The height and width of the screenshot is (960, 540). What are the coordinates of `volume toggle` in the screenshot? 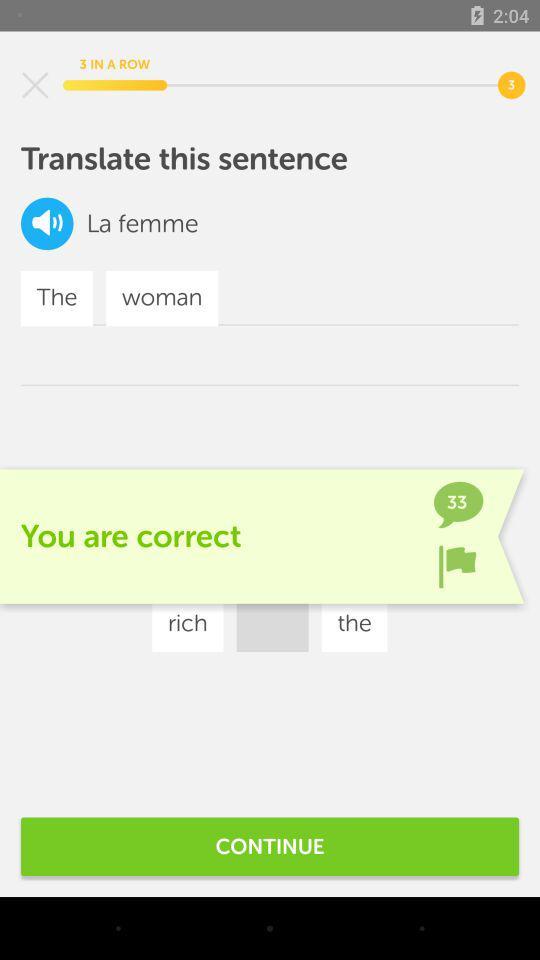 It's located at (47, 223).